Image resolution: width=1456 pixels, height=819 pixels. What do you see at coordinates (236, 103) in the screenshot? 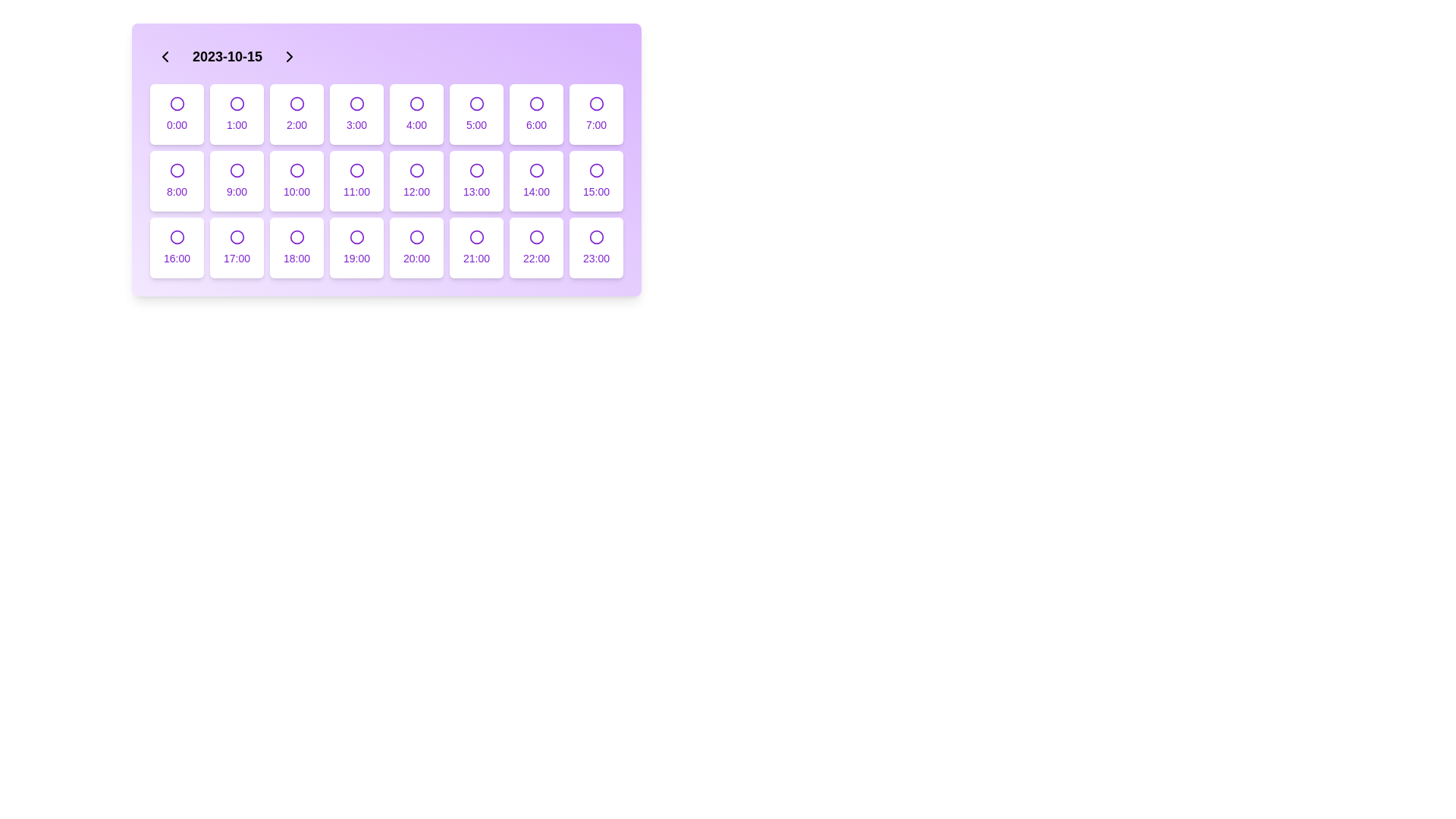
I see `the circular icon that indicates the '1:00' time slot within the selectable card in the second column of the first row of the time slots grid` at bounding box center [236, 103].